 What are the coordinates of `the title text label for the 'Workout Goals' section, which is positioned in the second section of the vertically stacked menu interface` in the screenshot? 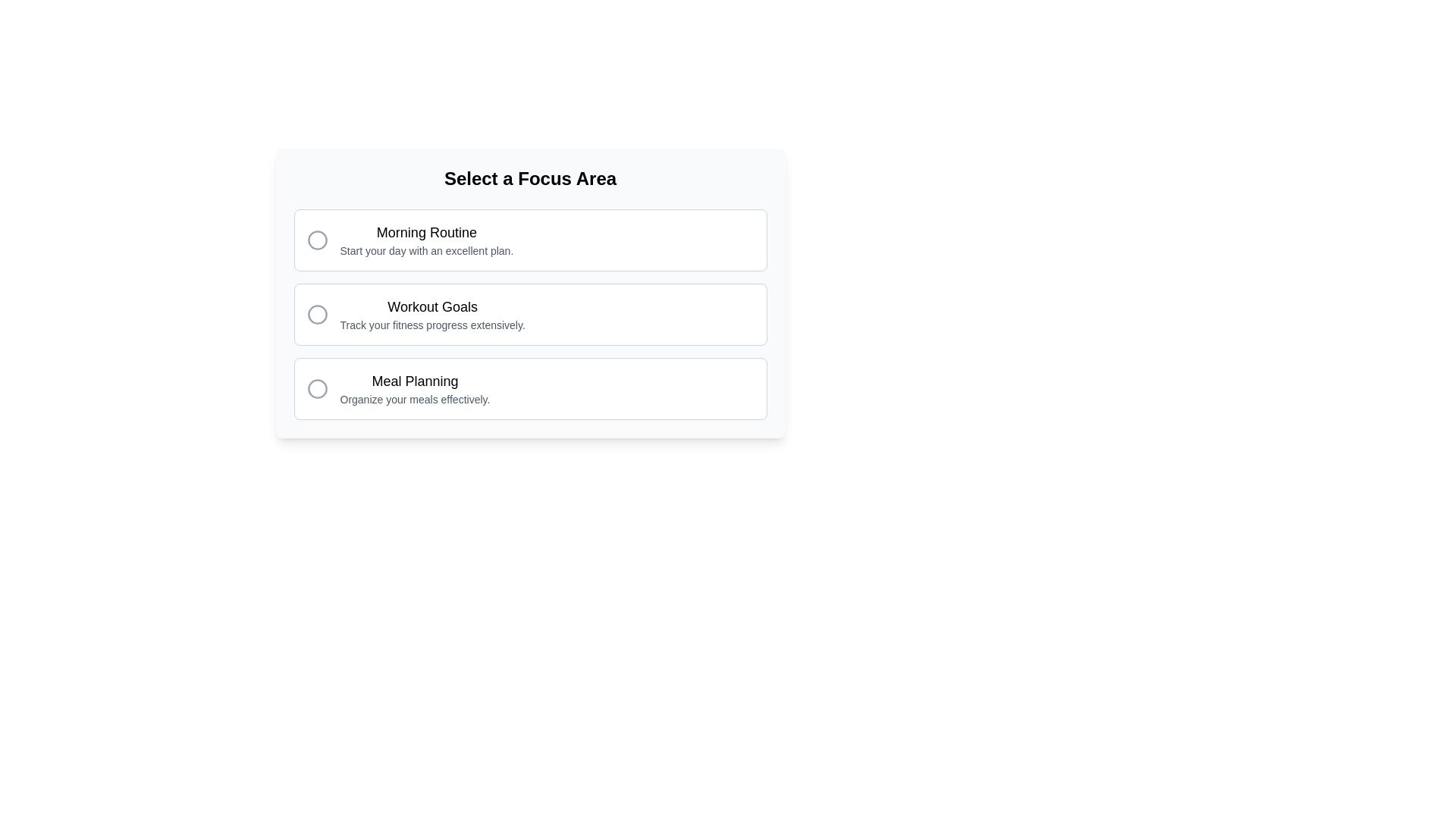 It's located at (431, 307).